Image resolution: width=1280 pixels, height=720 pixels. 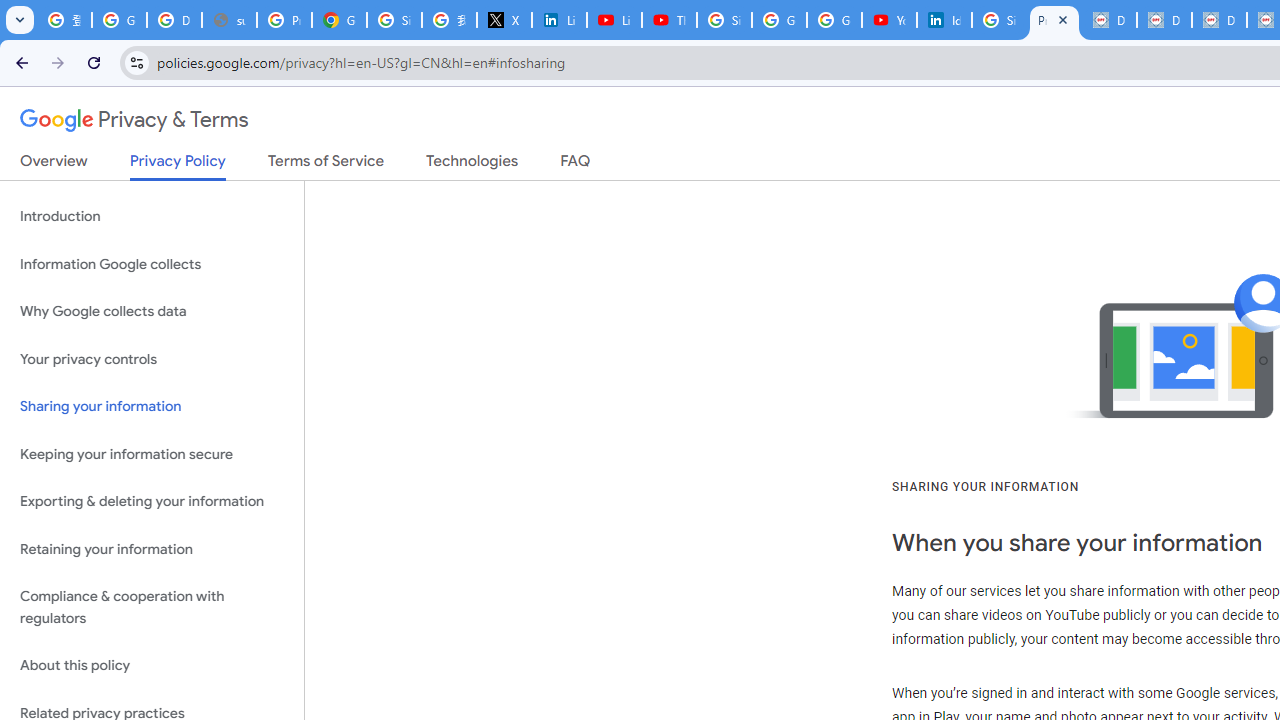 What do you see at coordinates (1108, 20) in the screenshot?
I see `'Data Privacy Framework'` at bounding box center [1108, 20].